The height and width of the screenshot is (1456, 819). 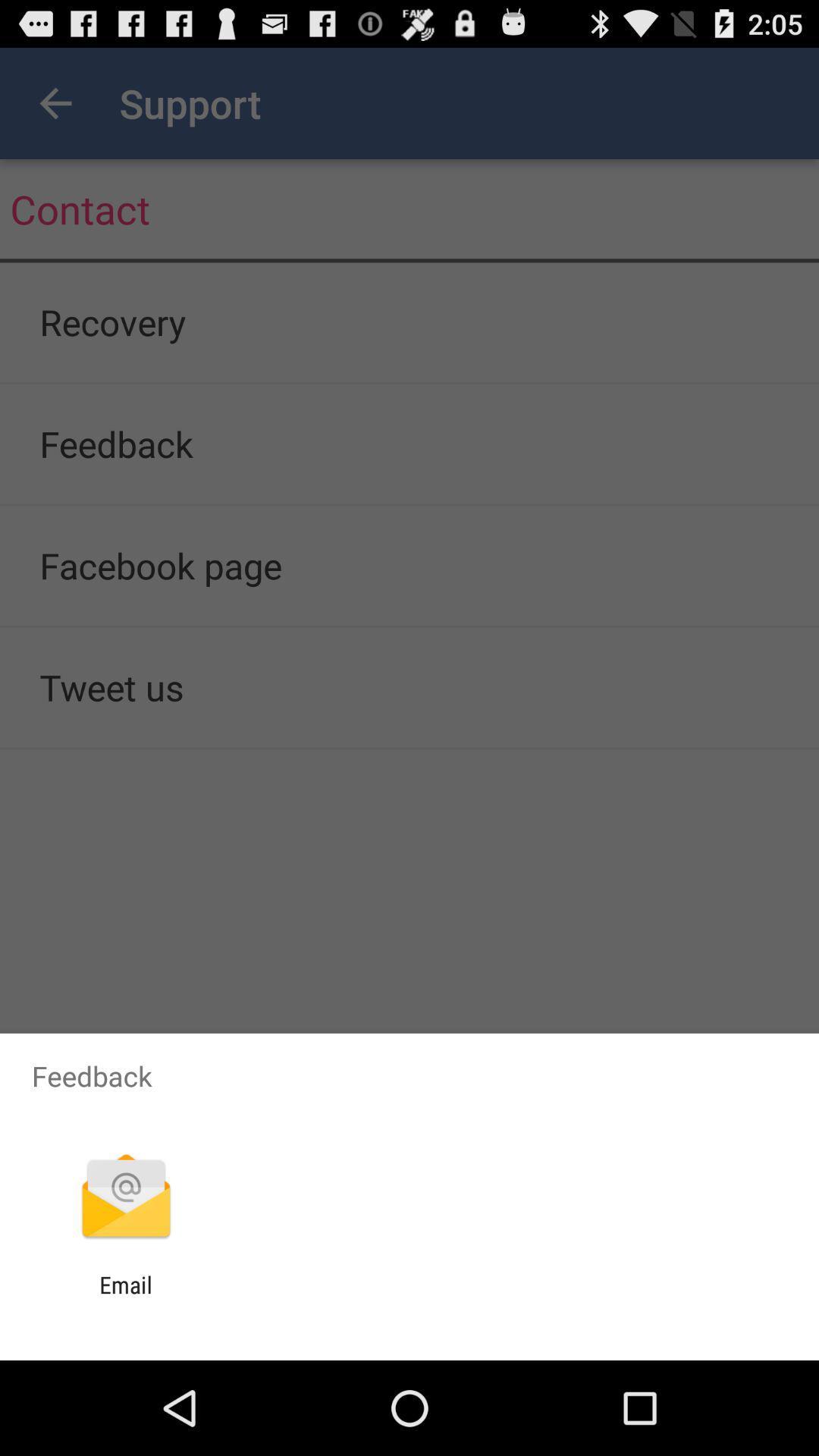 What do you see at coordinates (125, 1197) in the screenshot?
I see `item below feedback item` at bounding box center [125, 1197].